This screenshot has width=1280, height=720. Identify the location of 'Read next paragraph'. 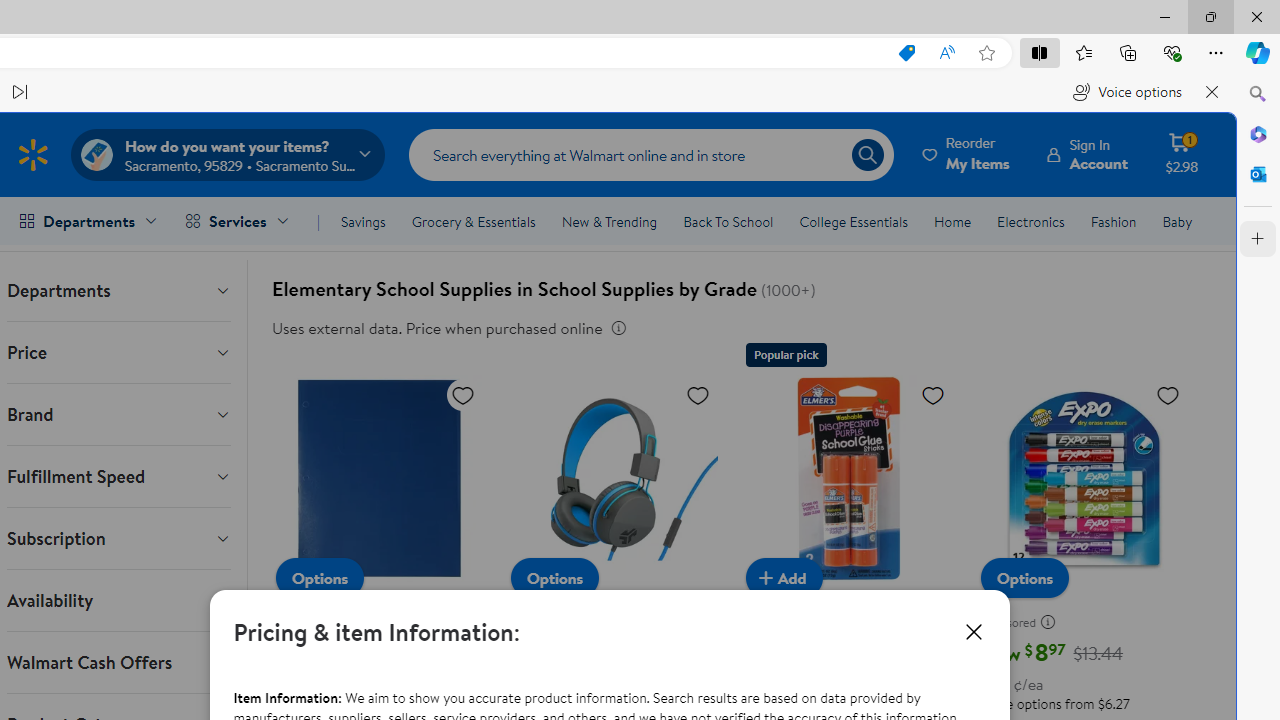
(19, 92).